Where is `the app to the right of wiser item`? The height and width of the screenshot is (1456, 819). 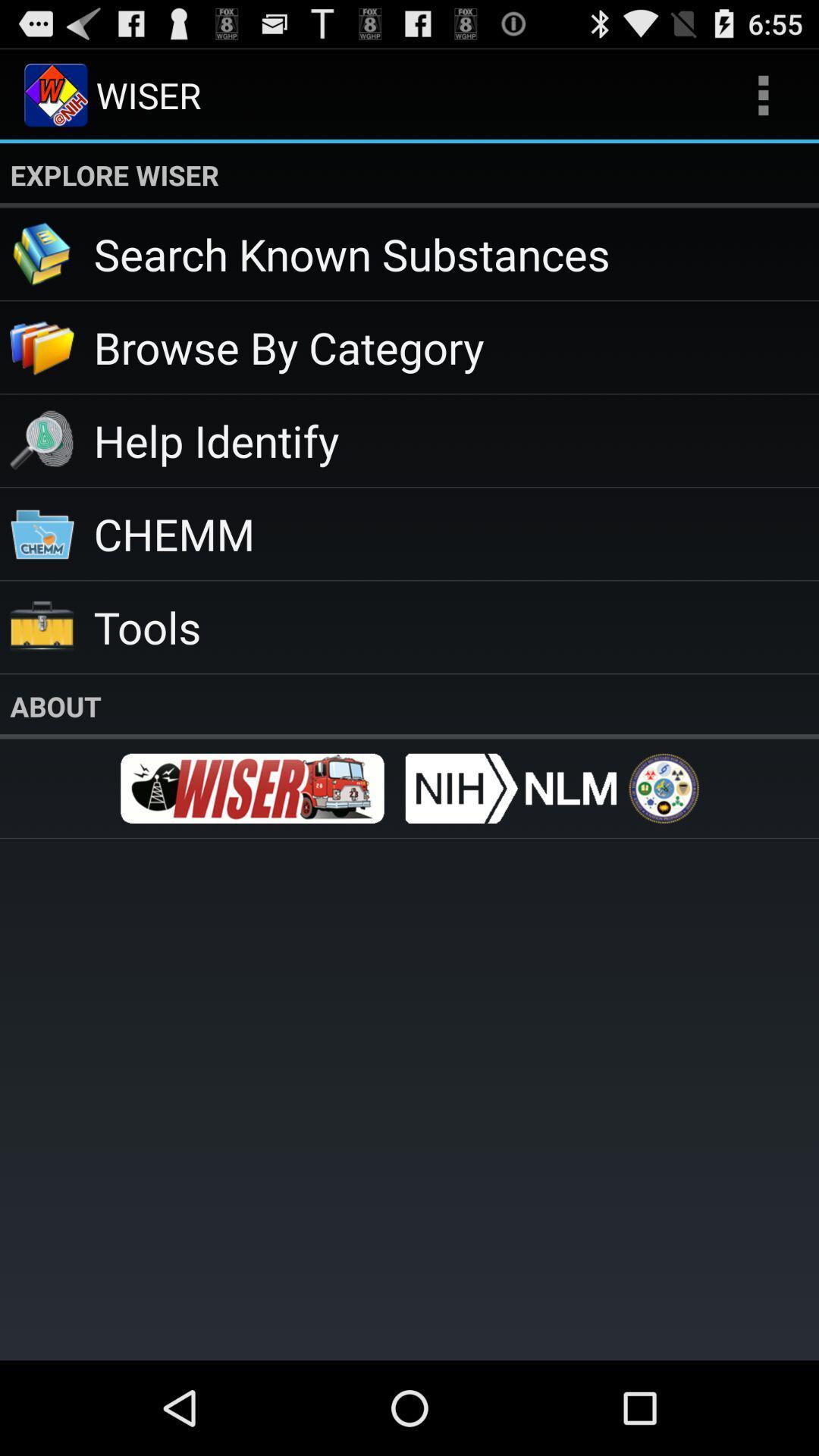
the app to the right of wiser item is located at coordinates (763, 94).